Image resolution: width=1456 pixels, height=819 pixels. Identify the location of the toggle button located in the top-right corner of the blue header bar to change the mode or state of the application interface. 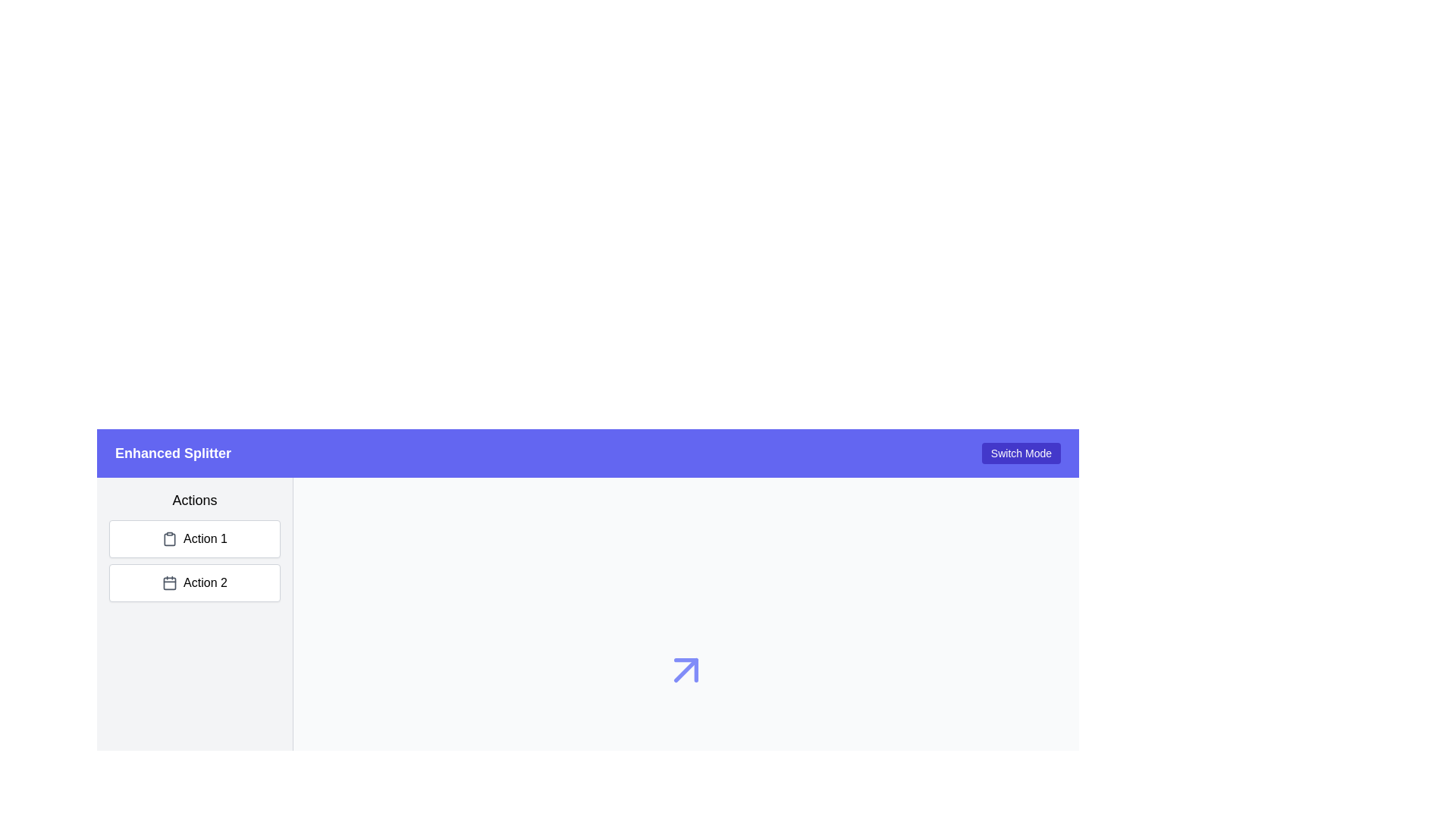
(1021, 452).